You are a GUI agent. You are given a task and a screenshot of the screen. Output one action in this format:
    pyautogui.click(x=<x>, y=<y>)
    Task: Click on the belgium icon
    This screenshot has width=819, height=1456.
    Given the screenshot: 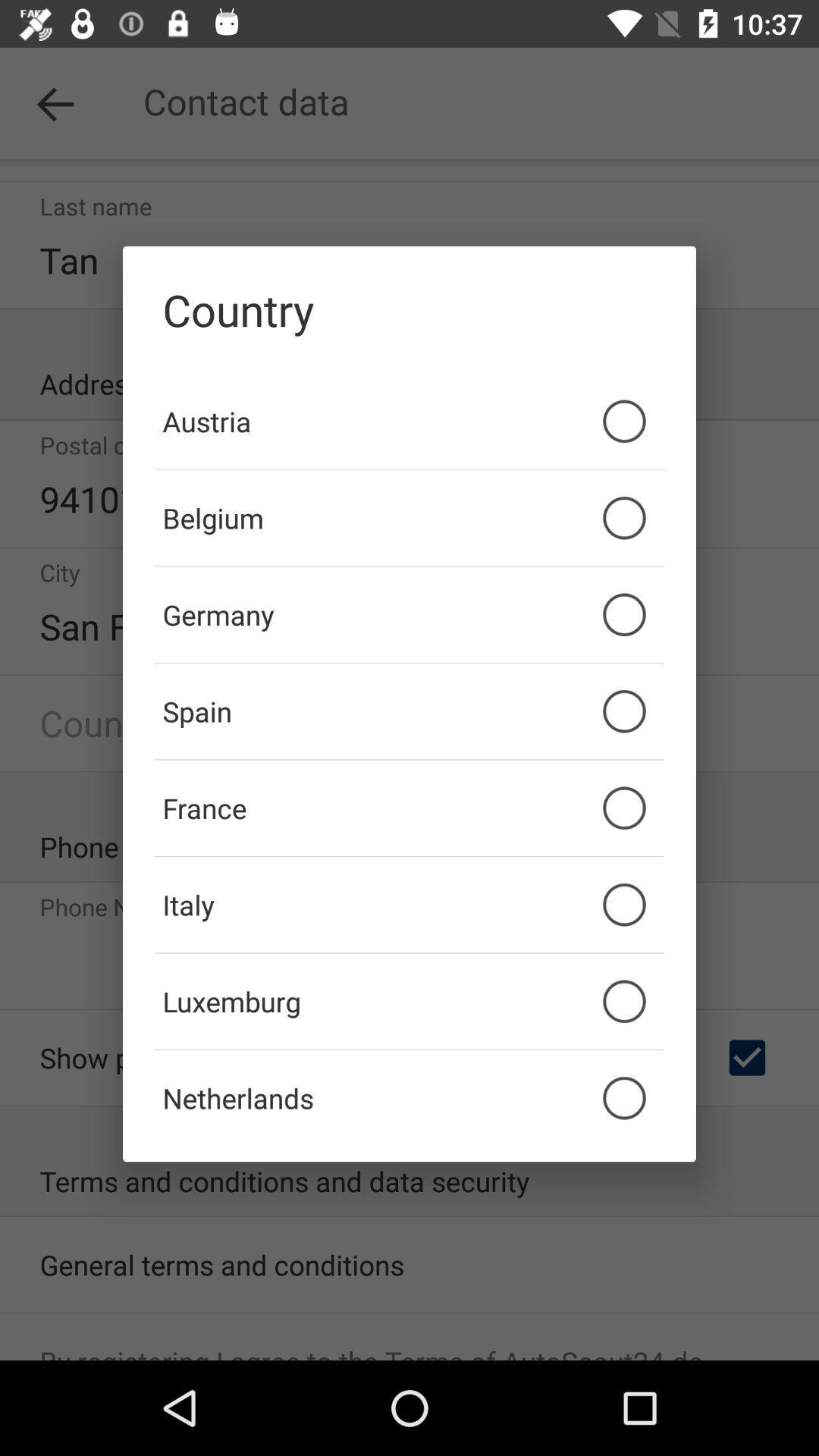 What is the action you would take?
    pyautogui.click(x=409, y=518)
    